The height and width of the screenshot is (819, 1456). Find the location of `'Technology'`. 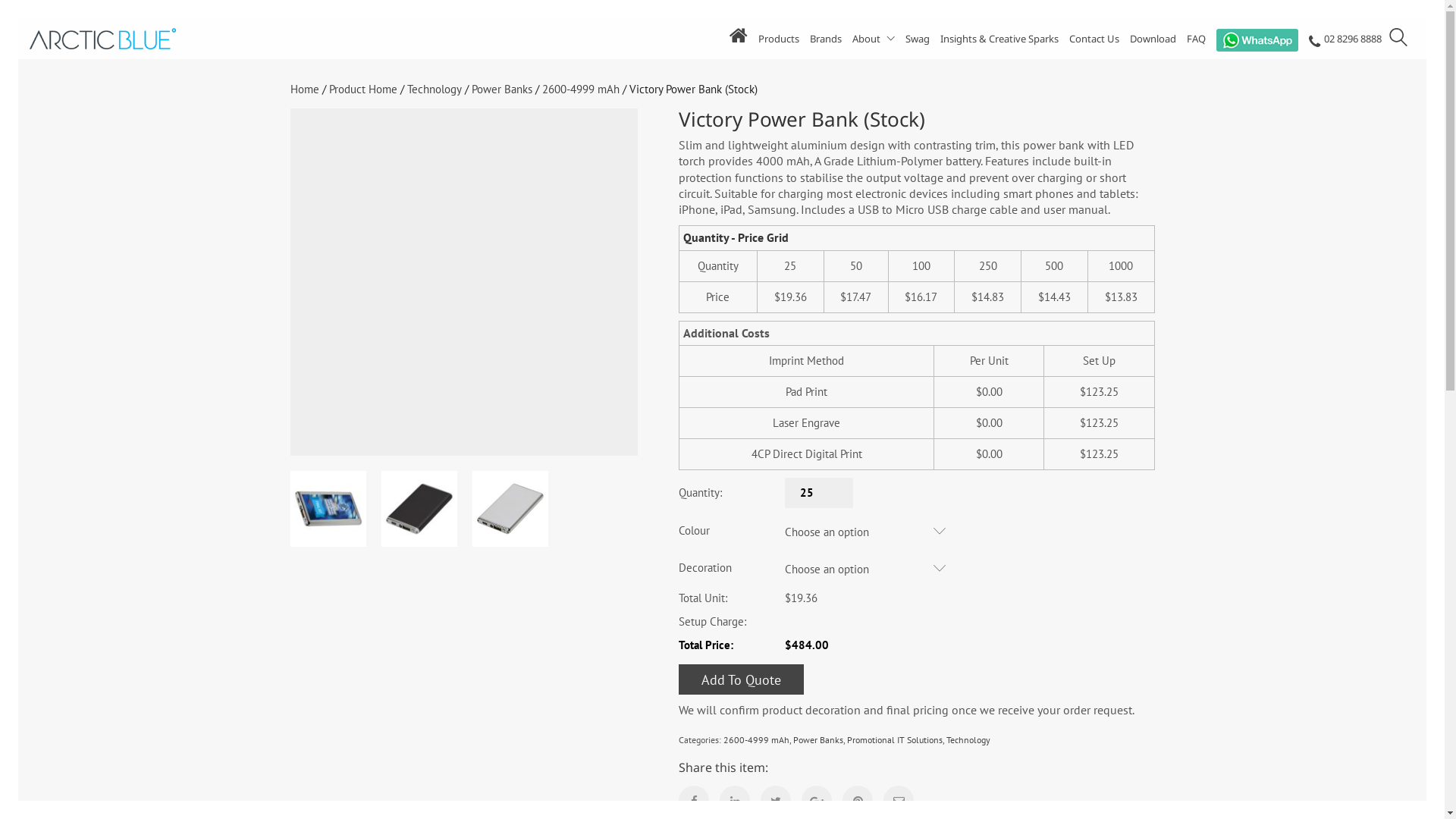

'Technology' is located at coordinates (967, 739).